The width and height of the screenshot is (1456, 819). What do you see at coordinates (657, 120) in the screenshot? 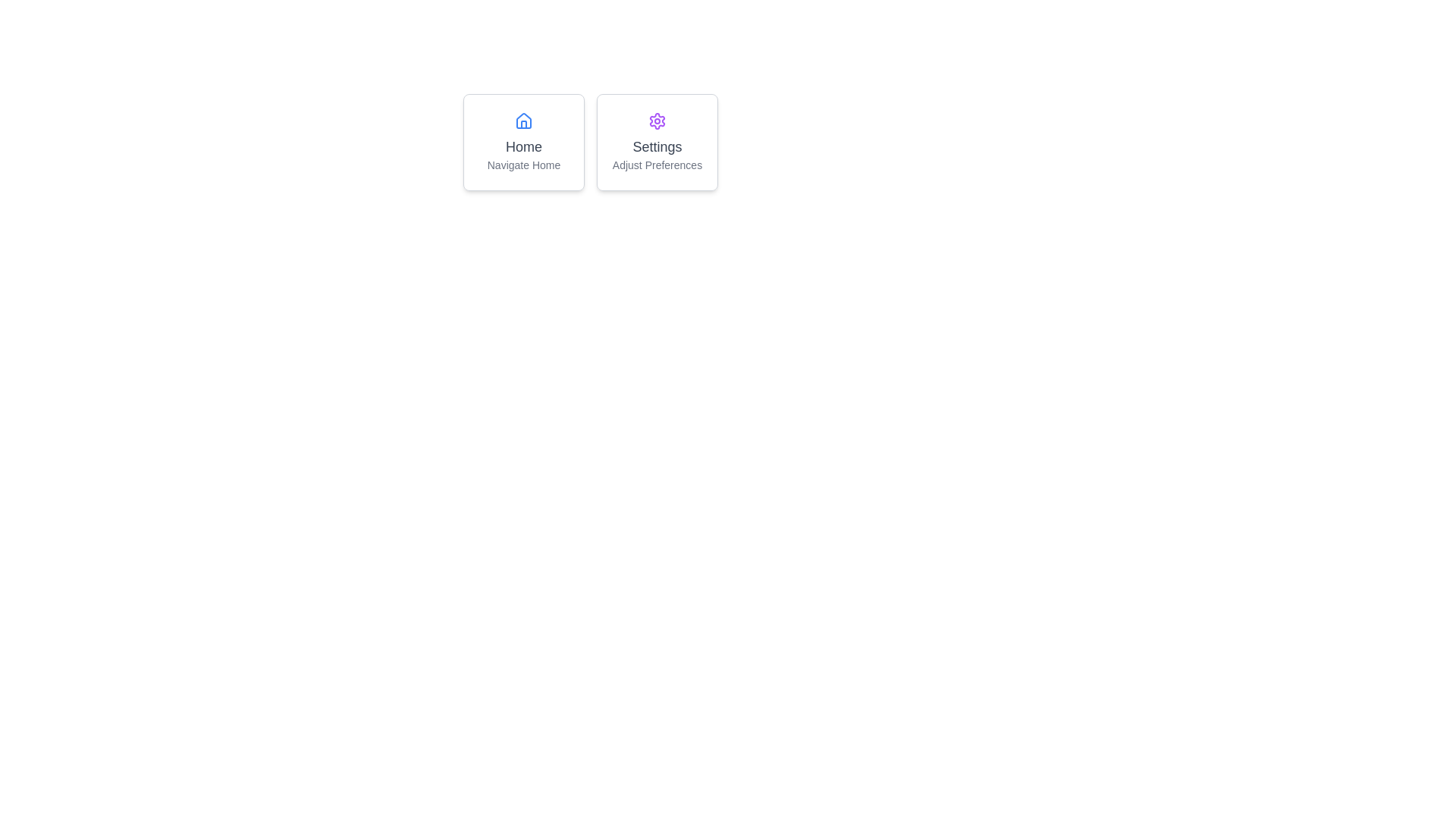
I see `the settings icon located within the 'Settings Adjust Preferences' card, positioned above the 'Settings' text` at bounding box center [657, 120].